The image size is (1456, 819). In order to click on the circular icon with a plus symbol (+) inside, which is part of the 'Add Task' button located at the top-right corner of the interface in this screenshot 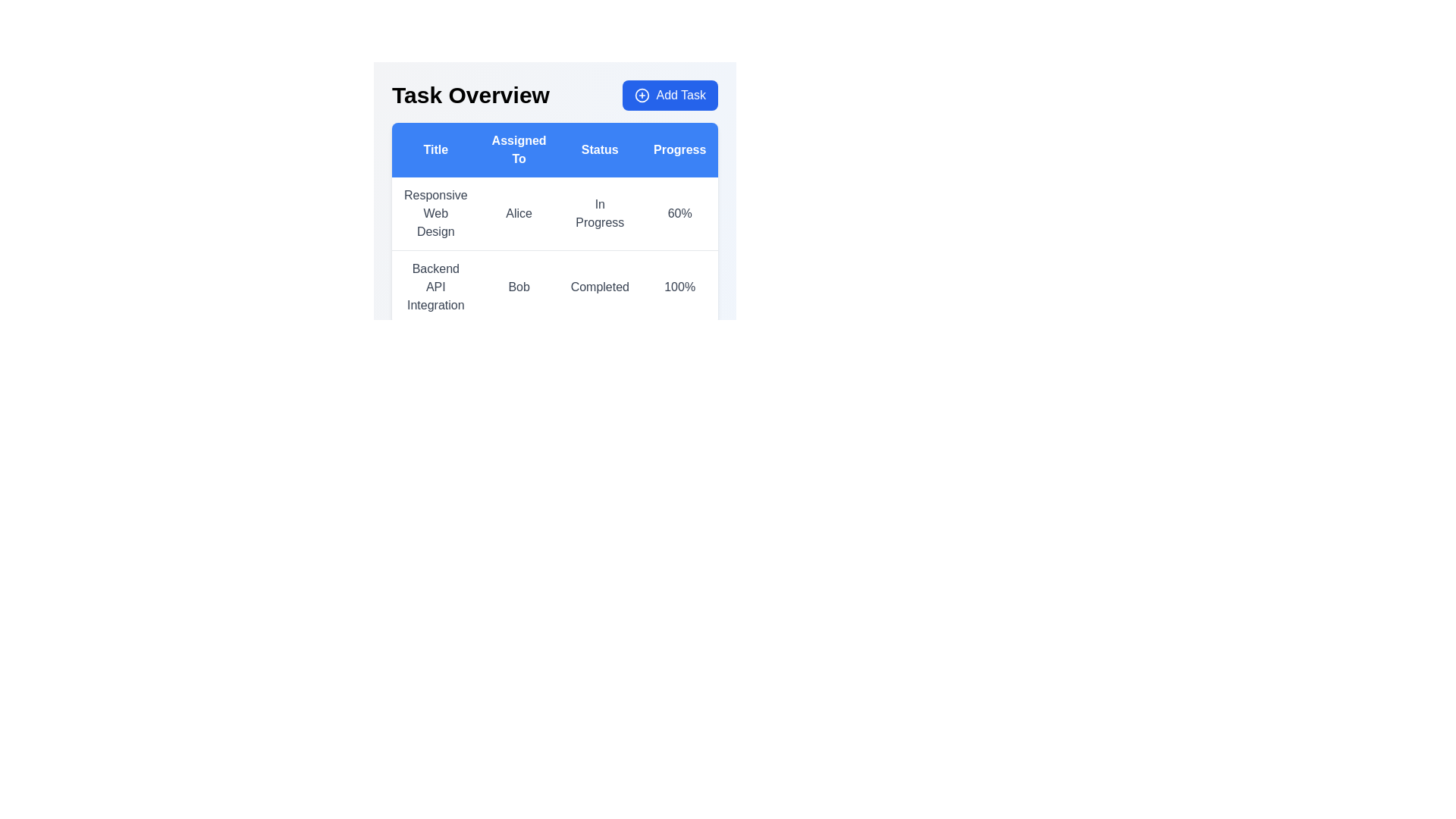, I will do `click(642, 96)`.